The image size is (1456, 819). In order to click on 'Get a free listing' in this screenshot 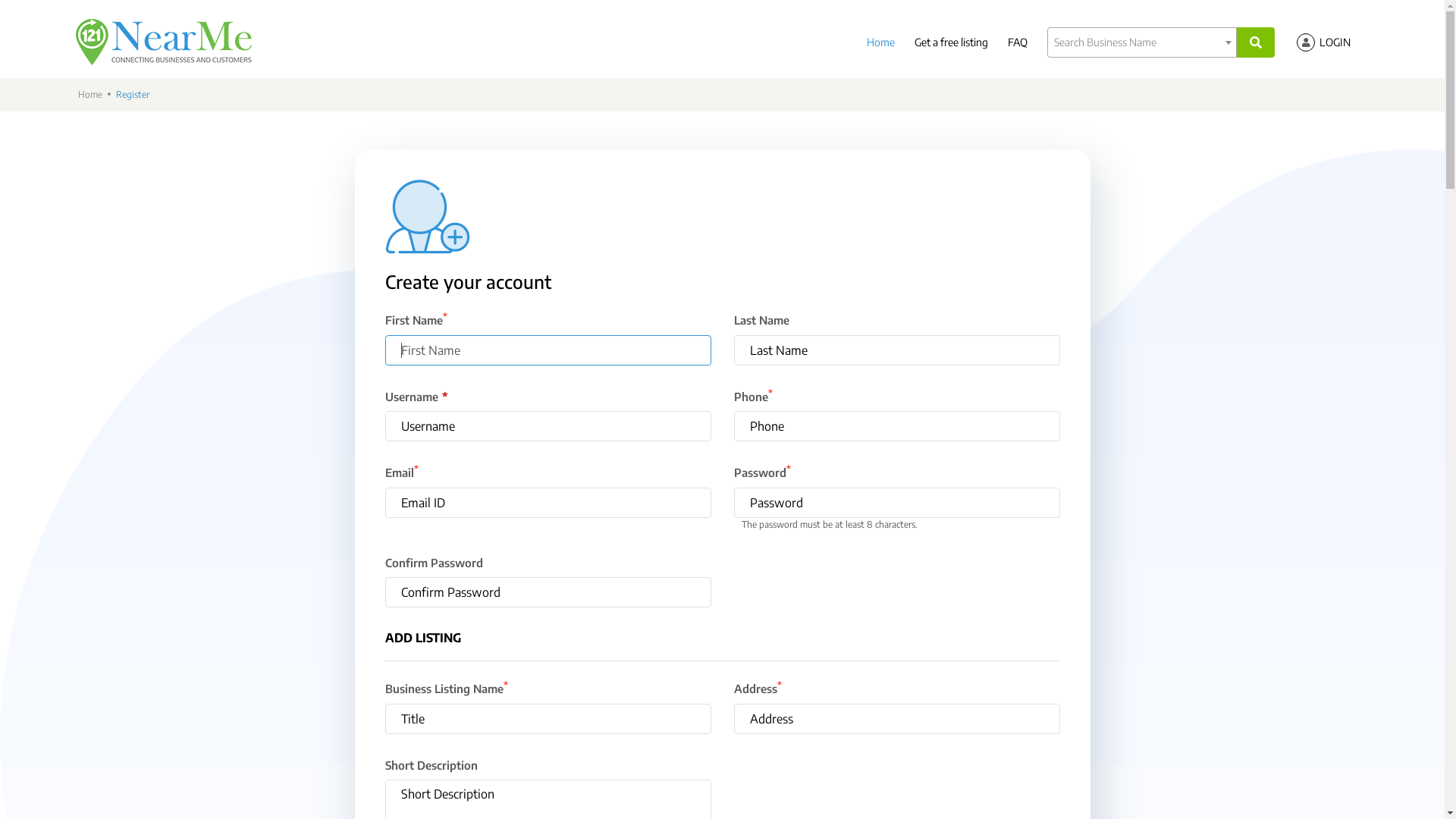, I will do `click(913, 41)`.